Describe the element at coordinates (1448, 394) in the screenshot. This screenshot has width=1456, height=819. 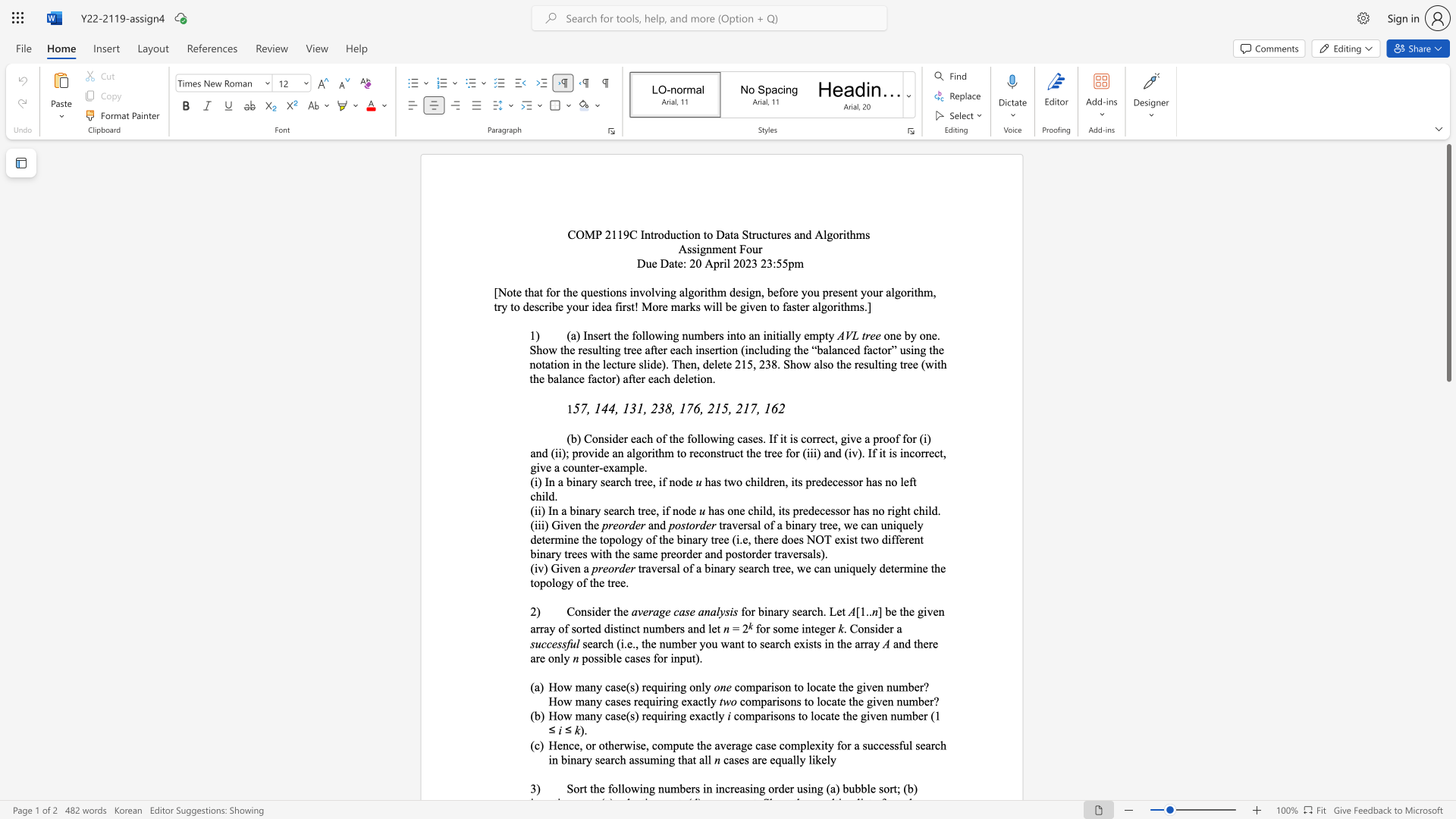
I see `the scrollbar to slide the page down` at that location.